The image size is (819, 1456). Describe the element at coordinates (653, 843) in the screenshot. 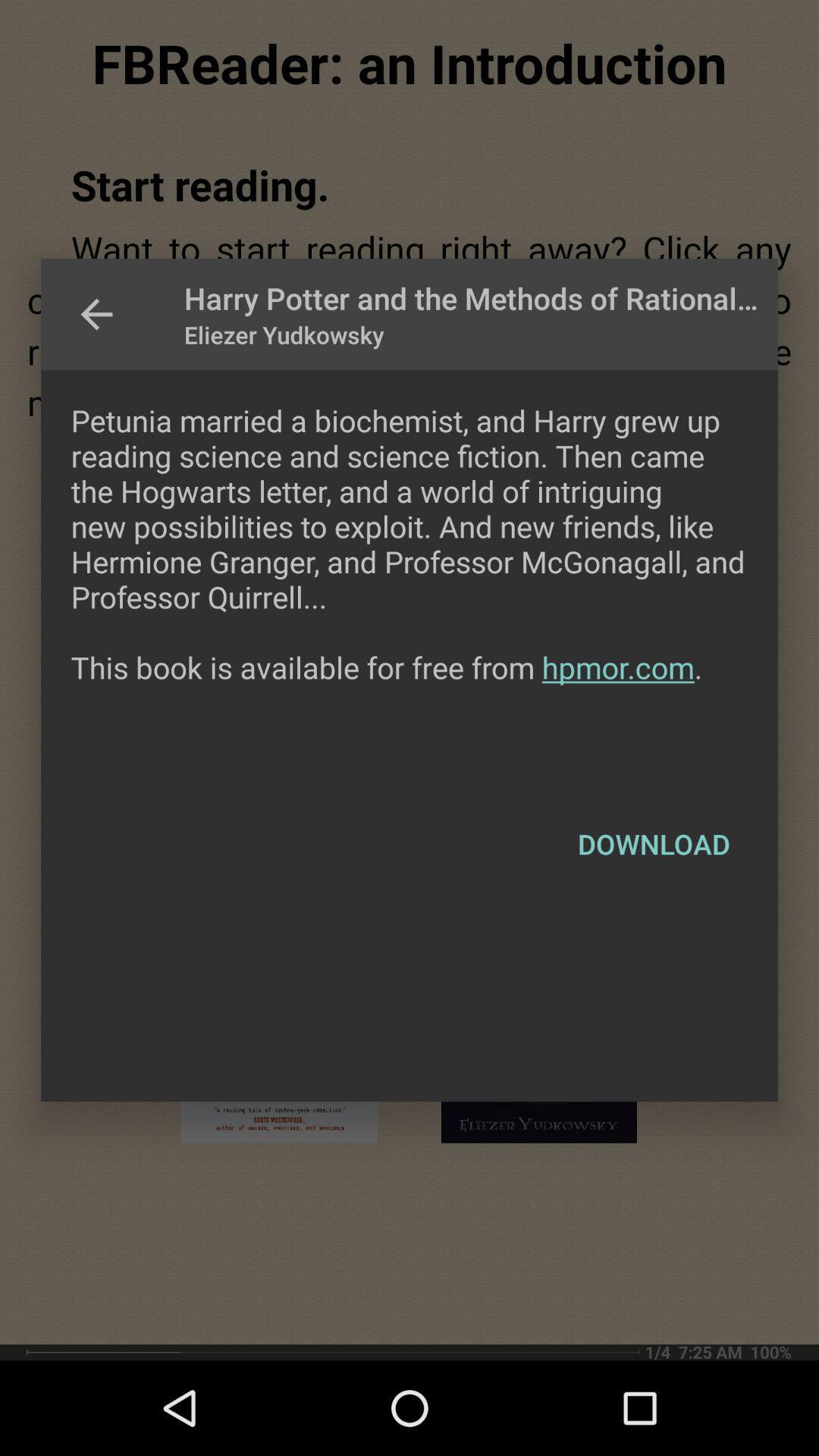

I see `download on the right` at that location.